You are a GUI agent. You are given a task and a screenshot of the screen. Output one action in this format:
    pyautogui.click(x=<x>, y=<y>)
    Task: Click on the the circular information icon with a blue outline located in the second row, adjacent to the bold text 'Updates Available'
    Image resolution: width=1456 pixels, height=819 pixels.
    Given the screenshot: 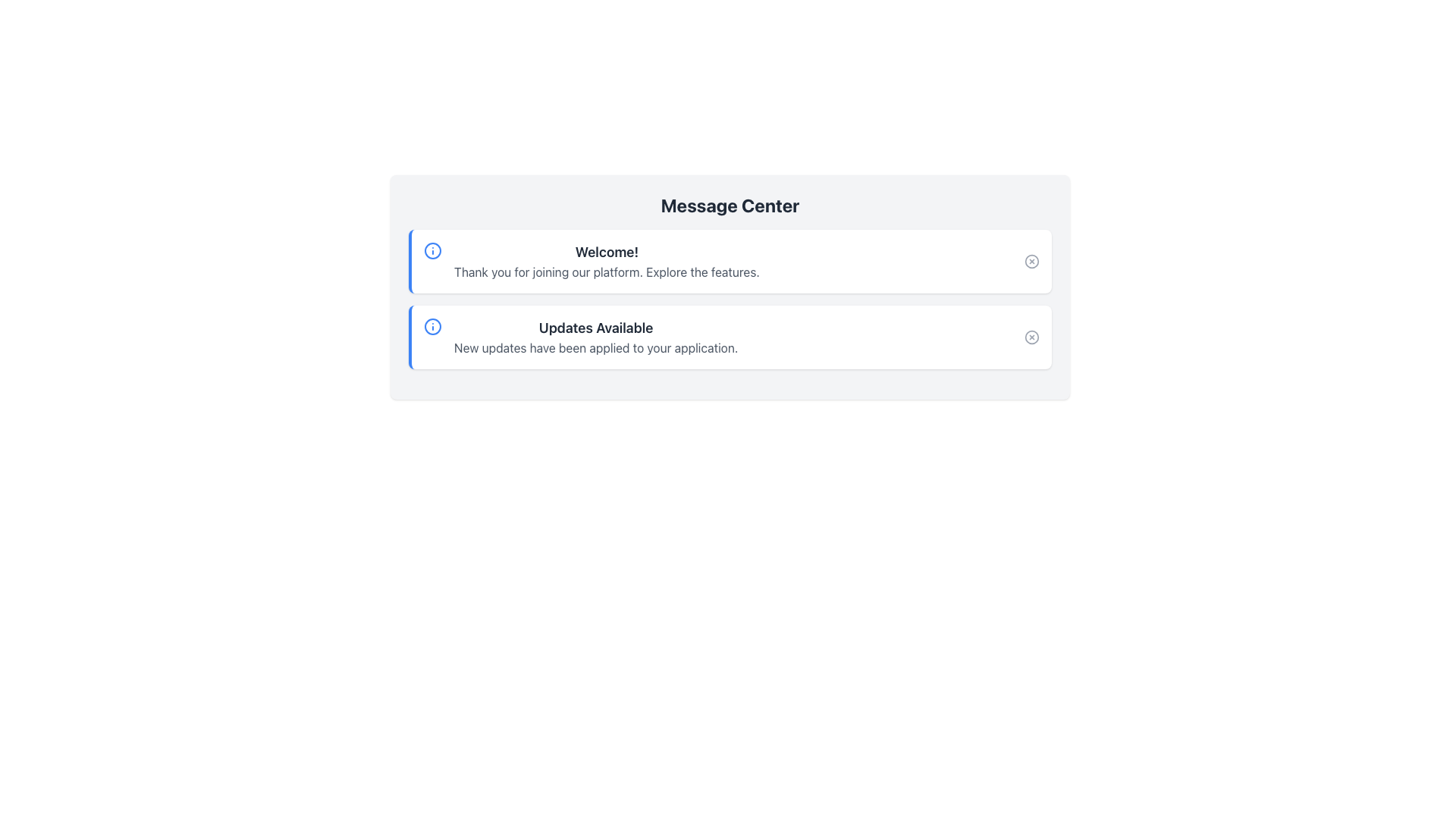 What is the action you would take?
    pyautogui.click(x=432, y=326)
    